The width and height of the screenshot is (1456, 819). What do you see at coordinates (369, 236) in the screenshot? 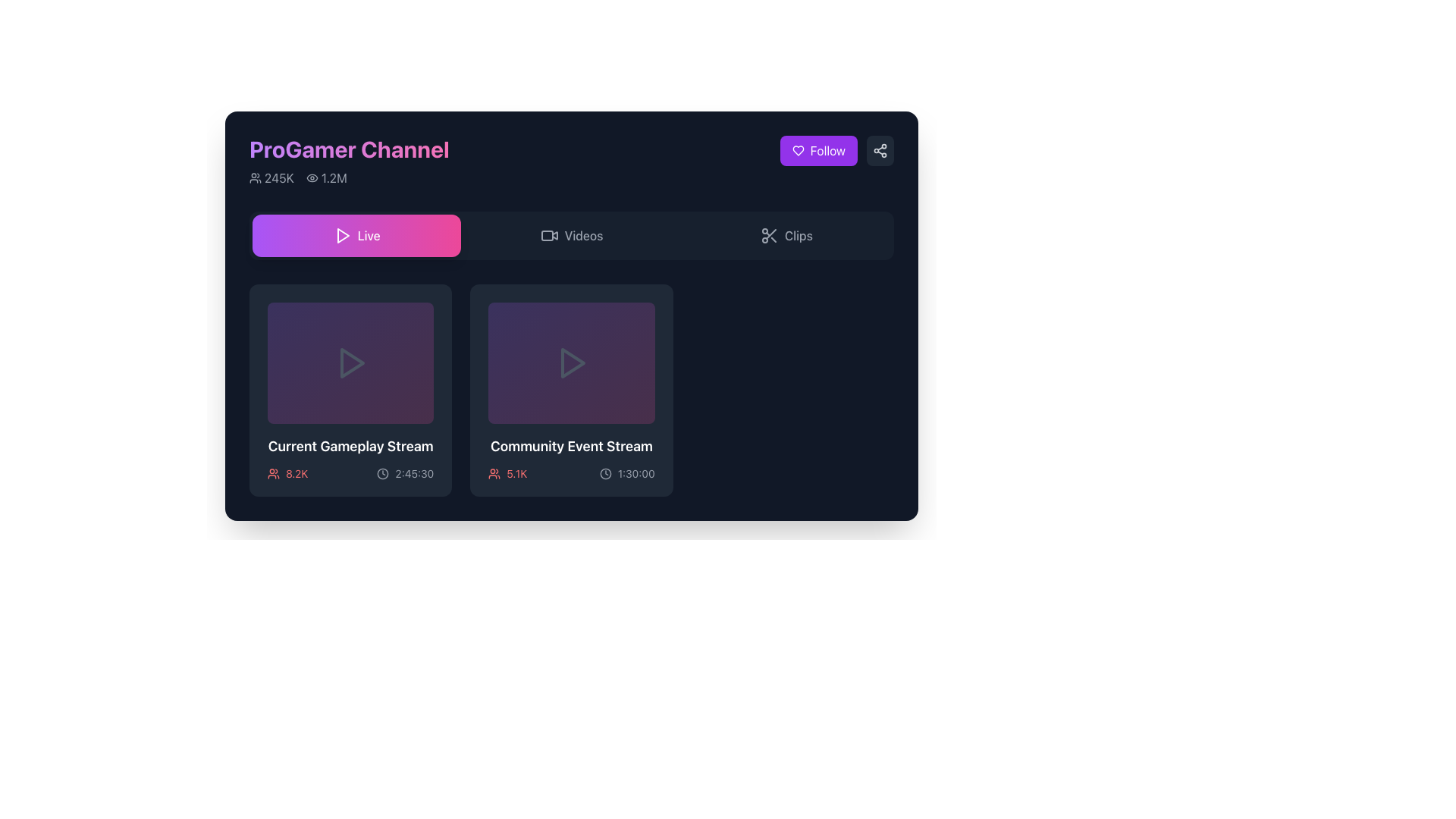
I see `text 'Live' from the text label that is part of a gradient button located at the top-center of the user interface` at bounding box center [369, 236].